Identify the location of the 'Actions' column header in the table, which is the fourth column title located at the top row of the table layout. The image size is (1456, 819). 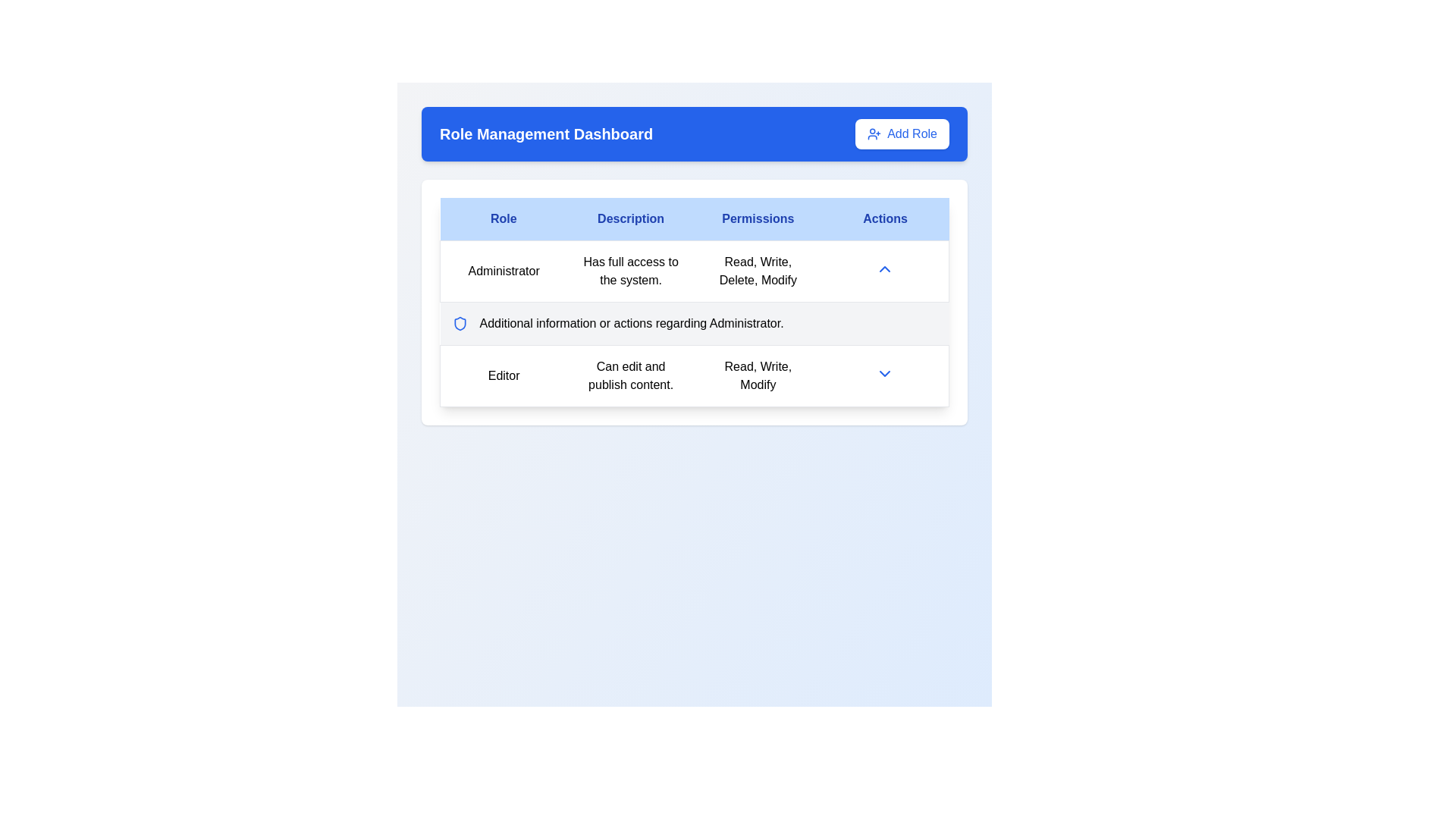
(885, 219).